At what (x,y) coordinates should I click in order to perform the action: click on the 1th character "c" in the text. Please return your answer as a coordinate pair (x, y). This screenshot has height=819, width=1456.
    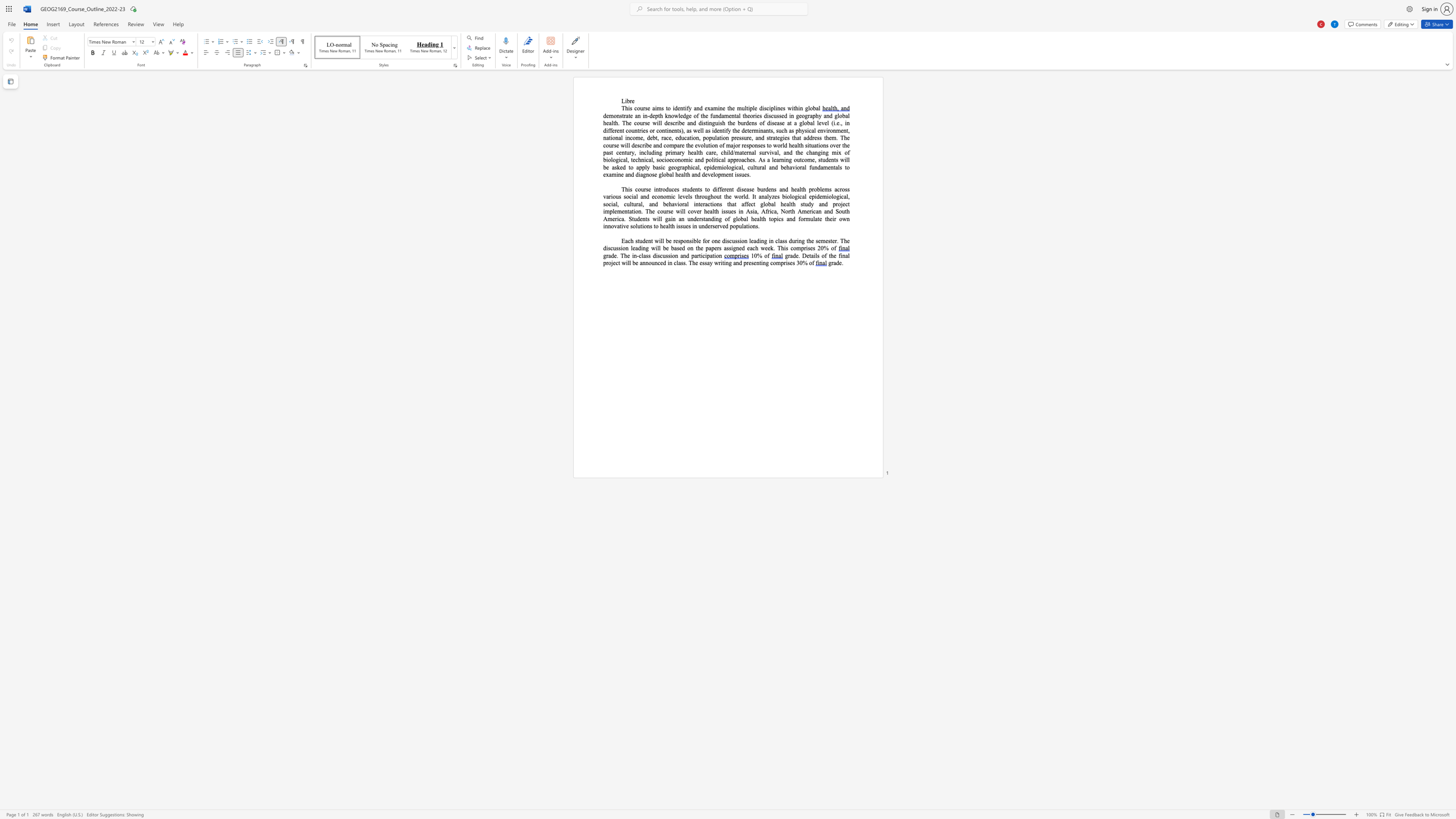
    Looking at the image, I should click on (657, 130).